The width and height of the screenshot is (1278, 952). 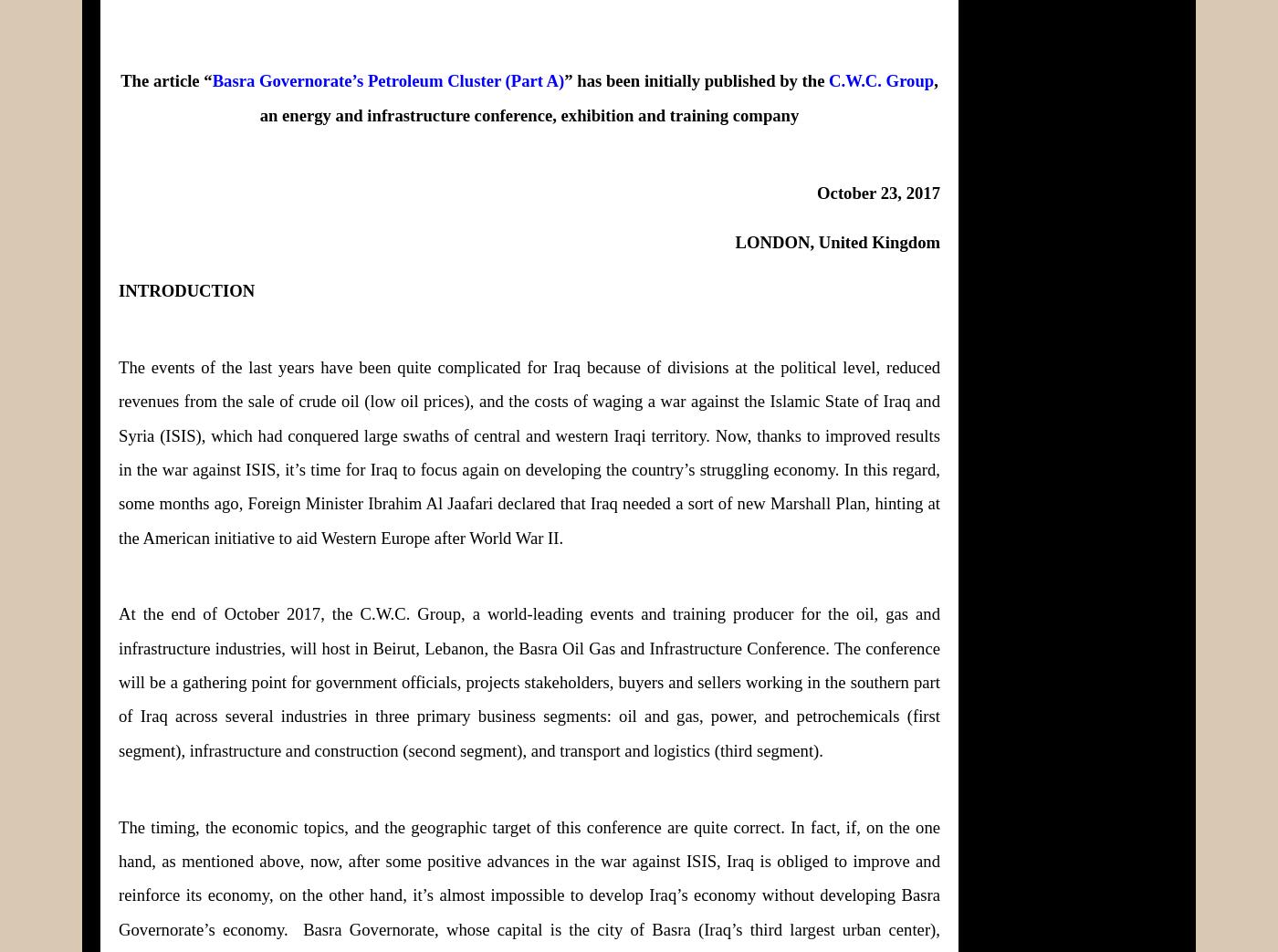 I want to click on 'October 23, 2017', so click(x=878, y=192).